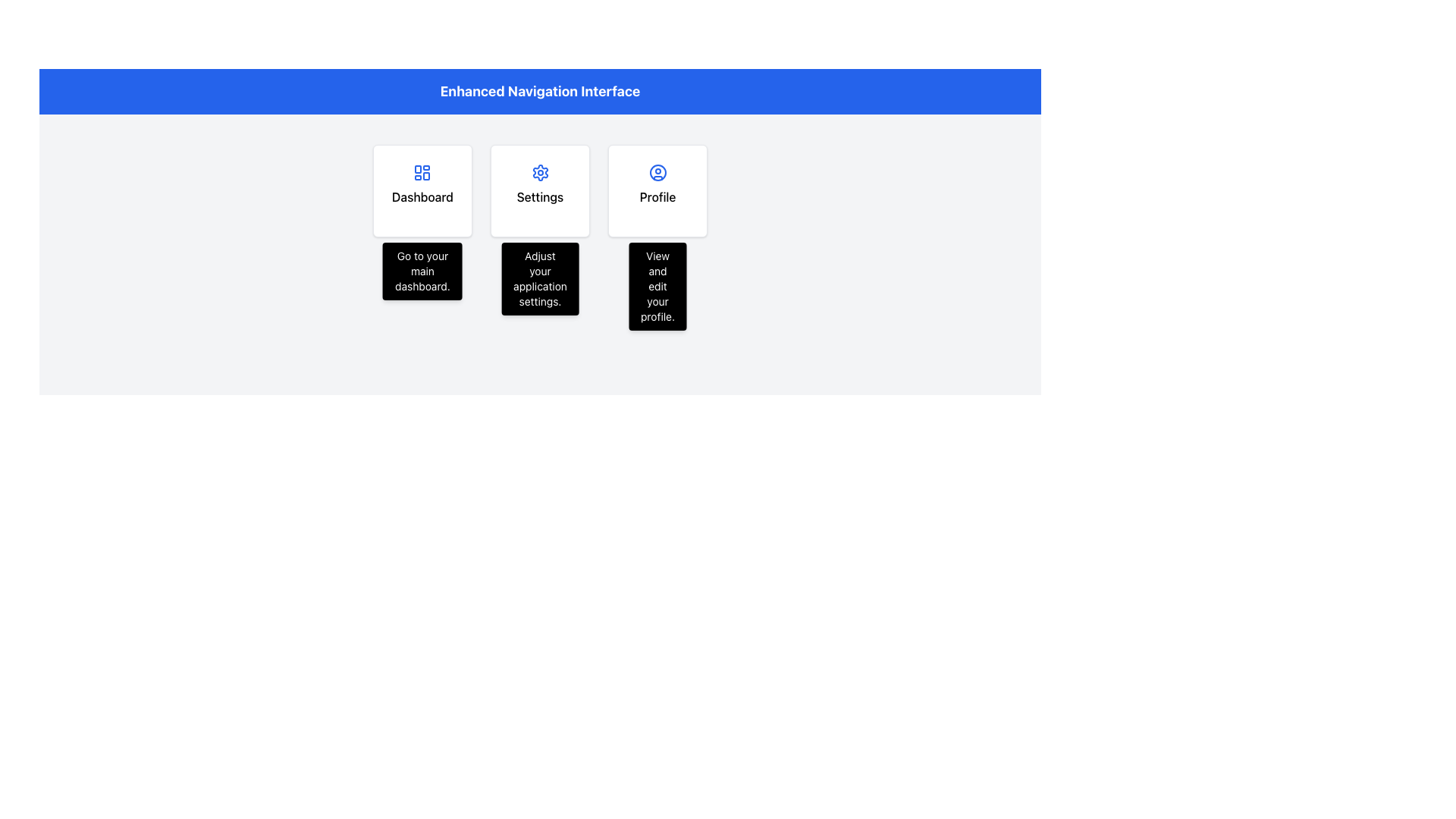 The height and width of the screenshot is (819, 1456). What do you see at coordinates (419, 169) in the screenshot?
I see `the upper-left rectangle of the Dashboard icon, which is part of a graphical representation for user understanding` at bounding box center [419, 169].